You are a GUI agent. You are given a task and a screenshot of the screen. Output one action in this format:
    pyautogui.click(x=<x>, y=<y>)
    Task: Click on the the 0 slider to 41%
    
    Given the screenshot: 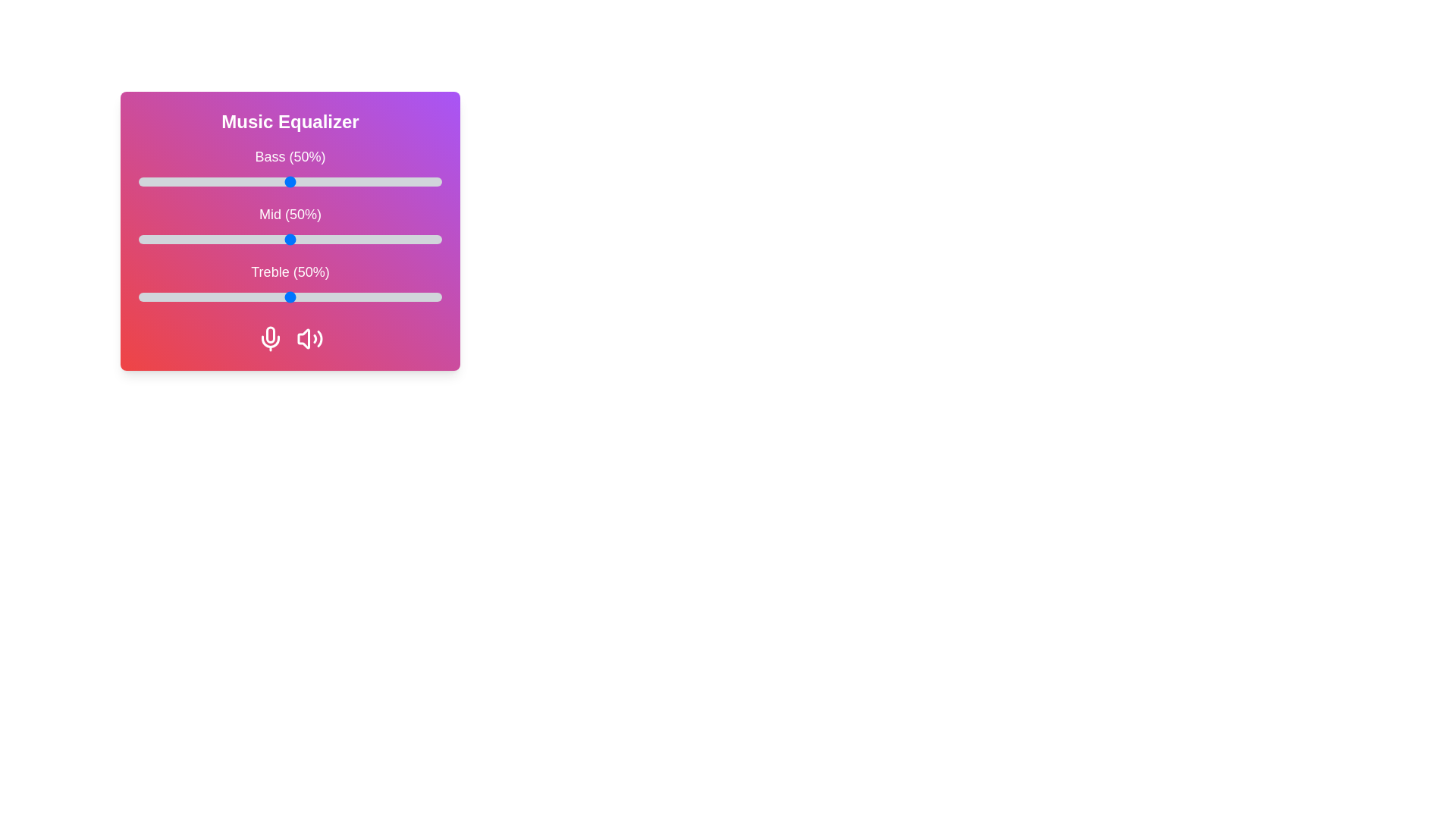 What is the action you would take?
    pyautogui.click(x=262, y=180)
    